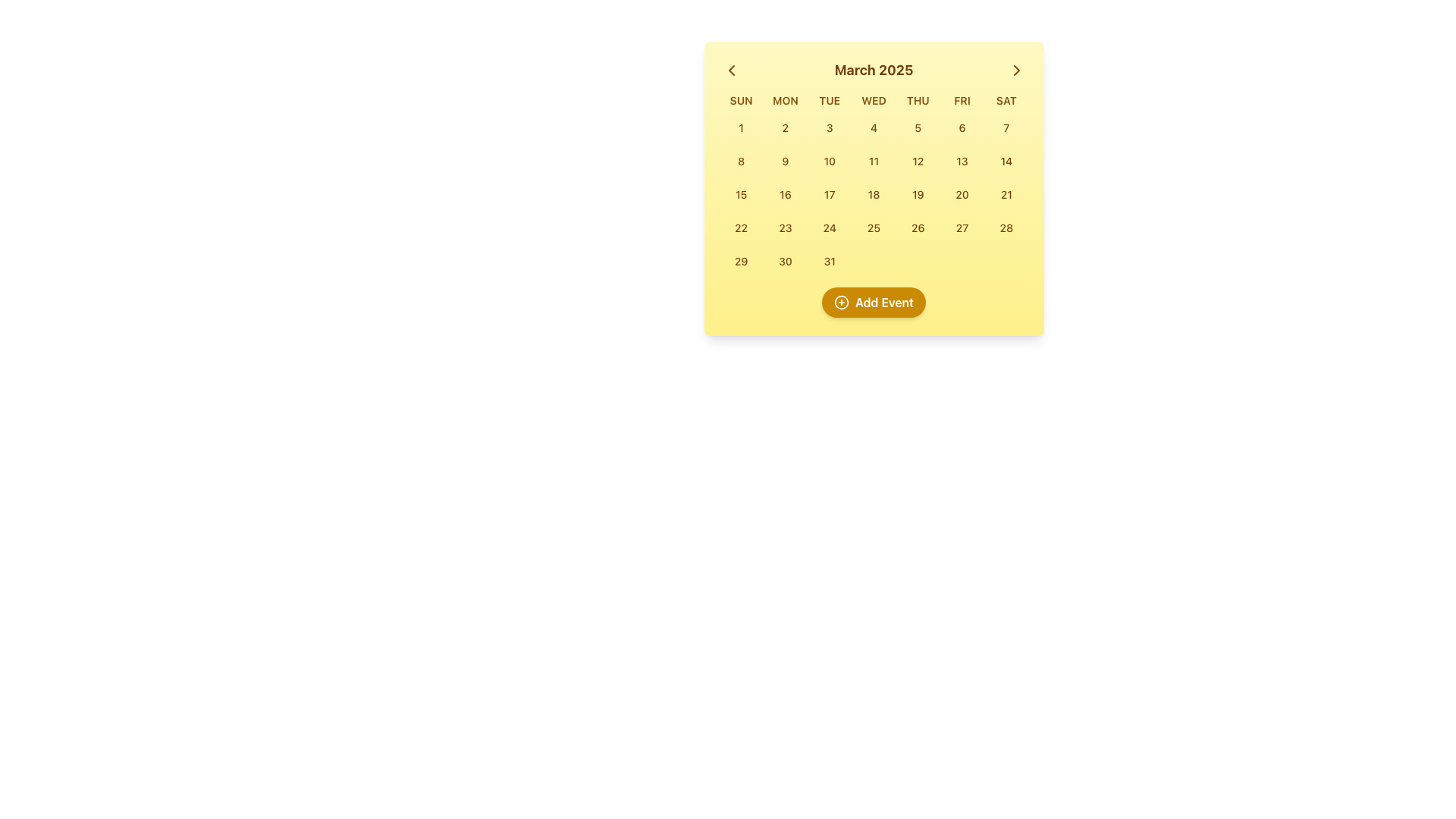 The image size is (1456, 819). What do you see at coordinates (1016, 70) in the screenshot?
I see `the rightmost button in the header section of the calendar UI` at bounding box center [1016, 70].